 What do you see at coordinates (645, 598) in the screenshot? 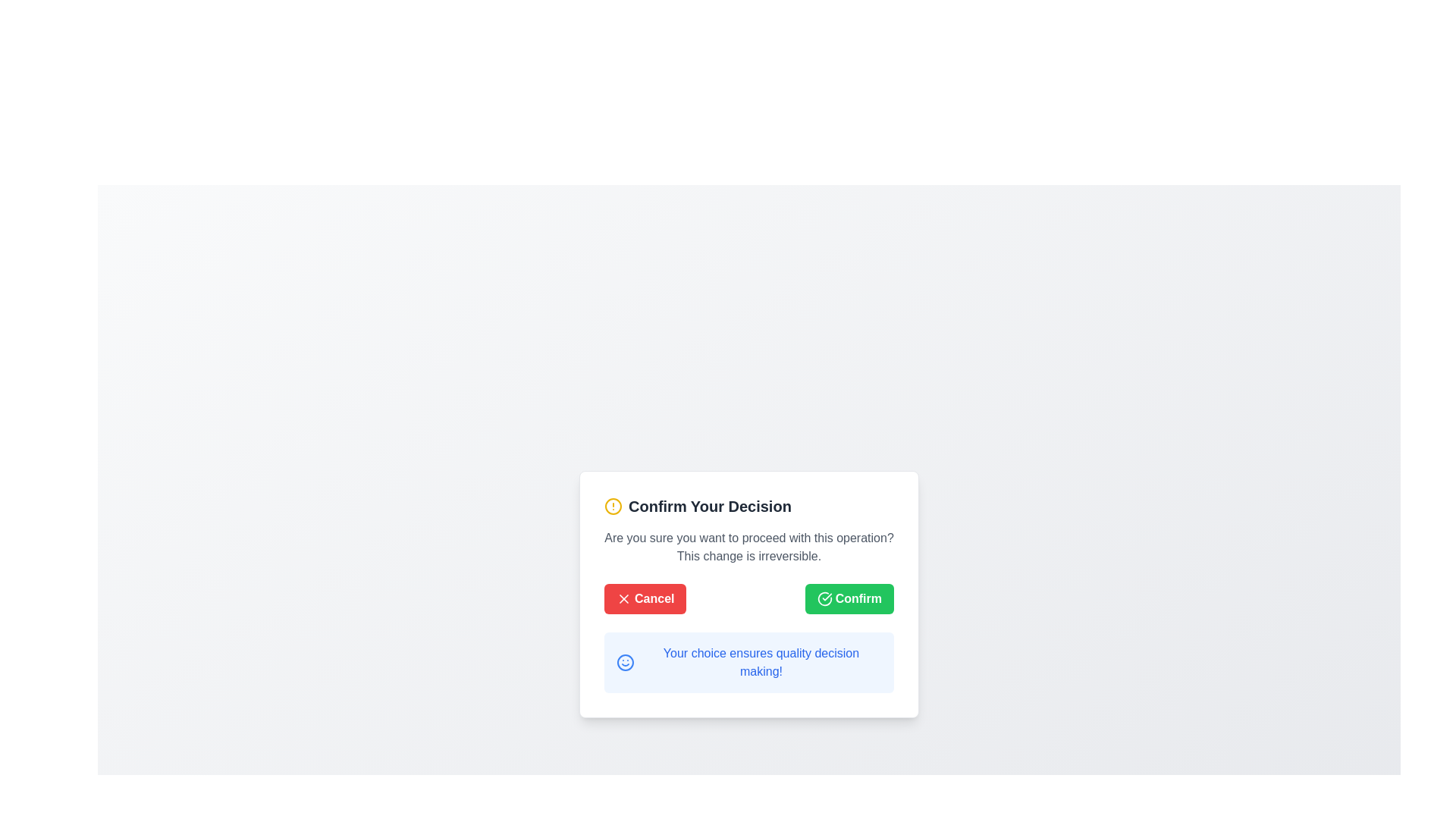
I see `the leftmost button labeled 'Cancel' with a red background and rounded corners` at bounding box center [645, 598].